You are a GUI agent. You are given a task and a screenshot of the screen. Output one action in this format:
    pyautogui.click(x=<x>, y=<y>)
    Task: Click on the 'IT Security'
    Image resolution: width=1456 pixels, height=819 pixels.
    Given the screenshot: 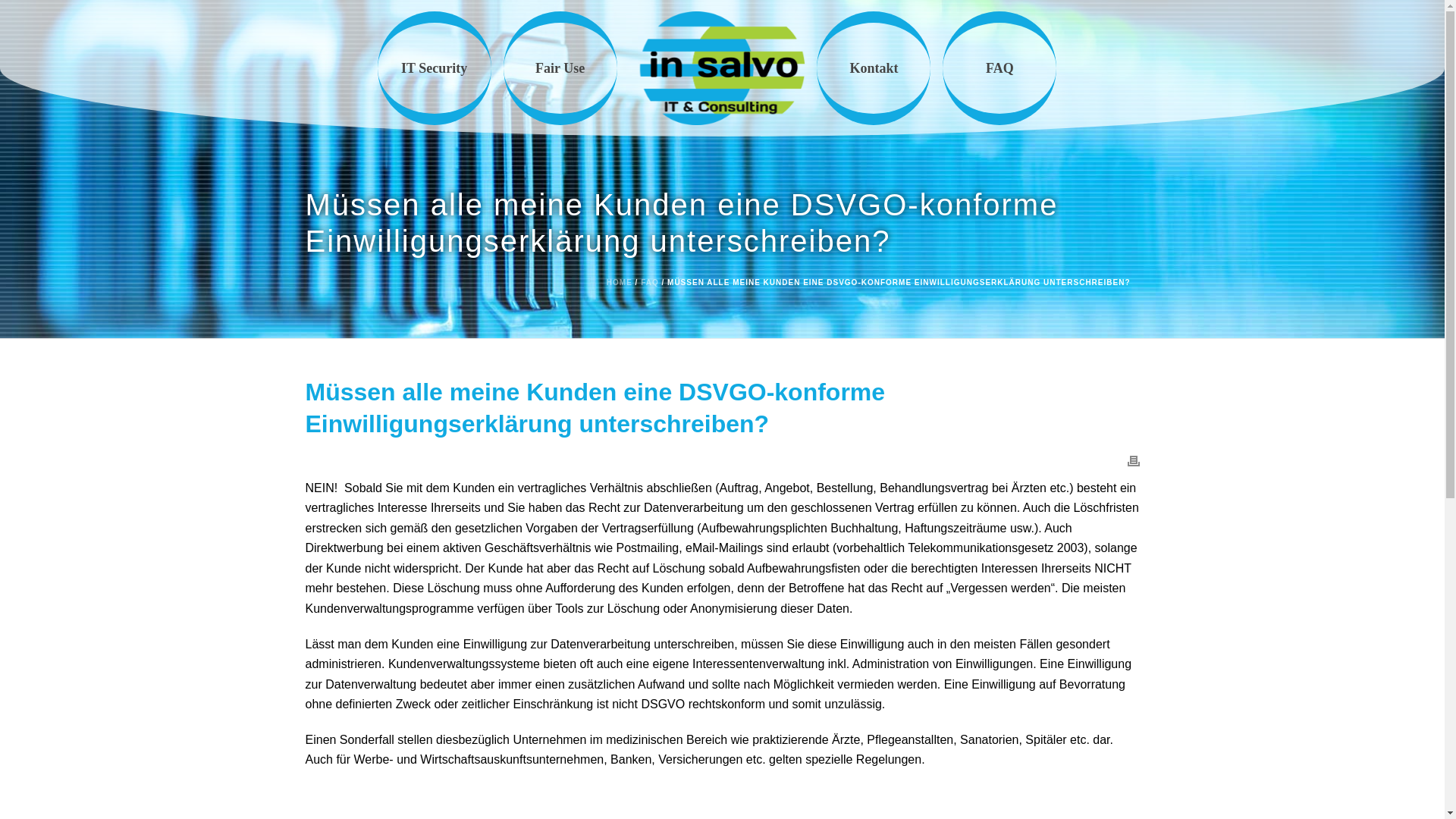 What is the action you would take?
    pyautogui.click(x=433, y=67)
    